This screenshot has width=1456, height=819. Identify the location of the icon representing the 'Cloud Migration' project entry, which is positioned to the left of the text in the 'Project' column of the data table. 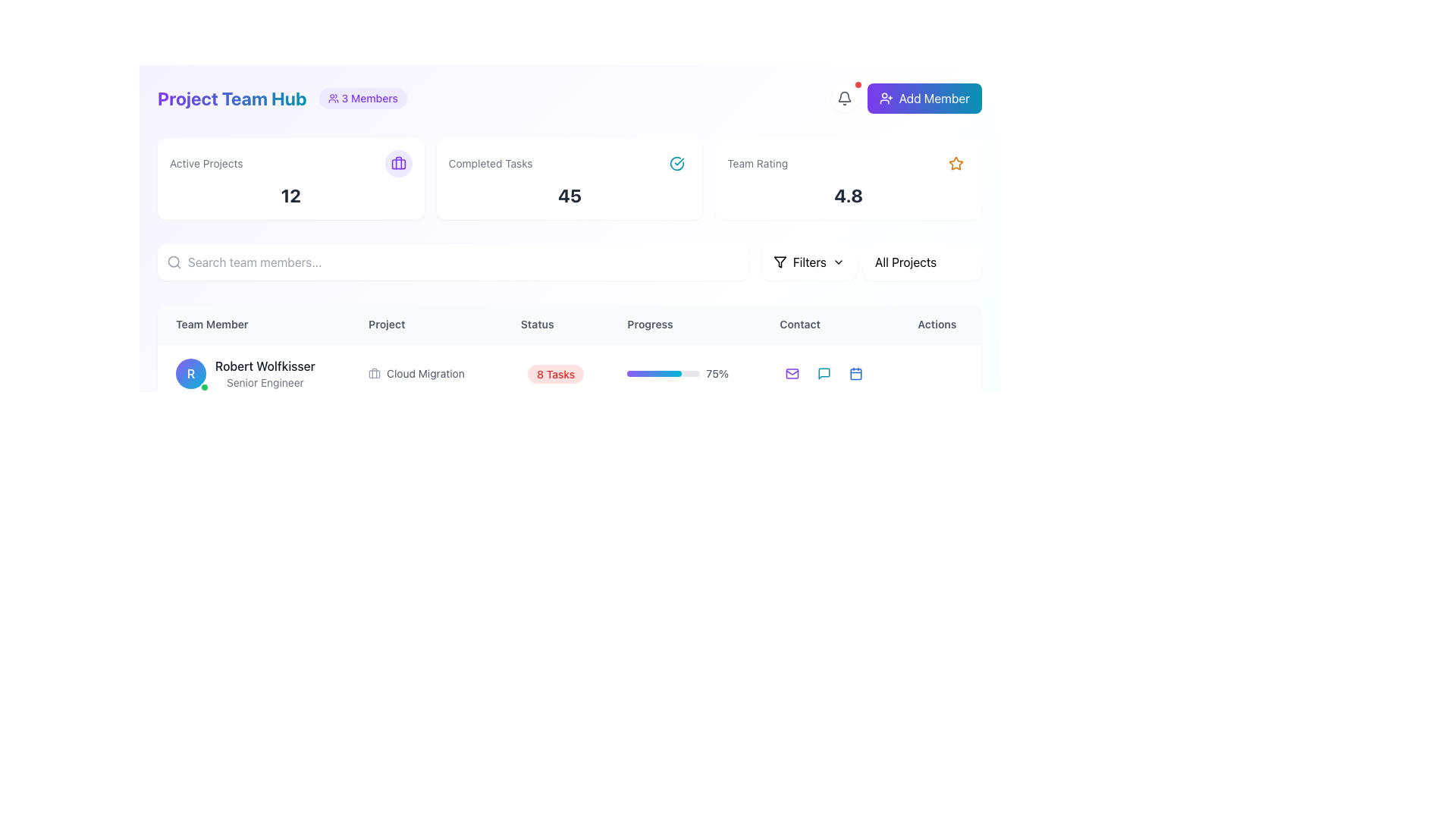
(375, 374).